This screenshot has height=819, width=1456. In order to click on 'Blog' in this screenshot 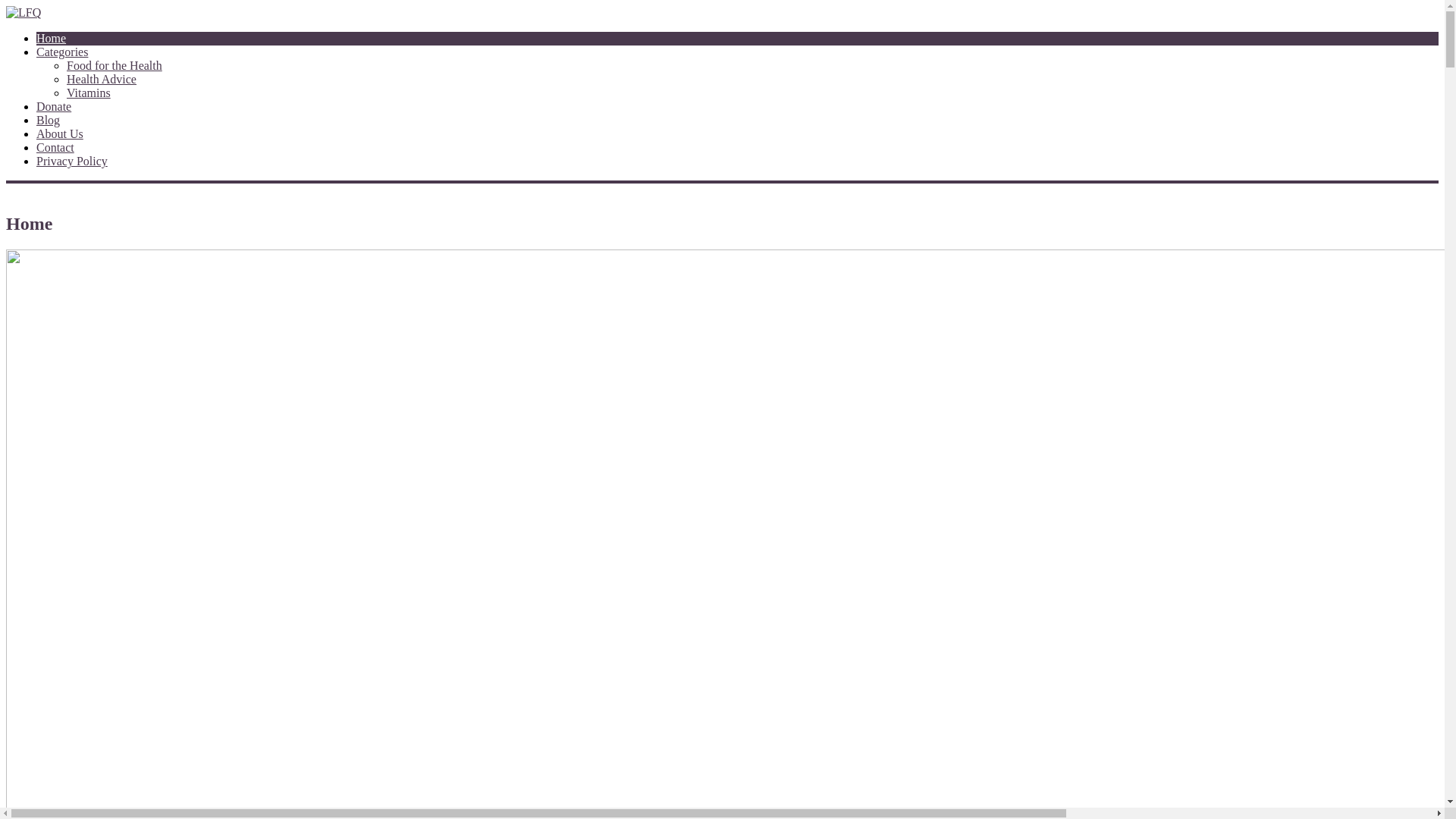, I will do `click(36, 119)`.